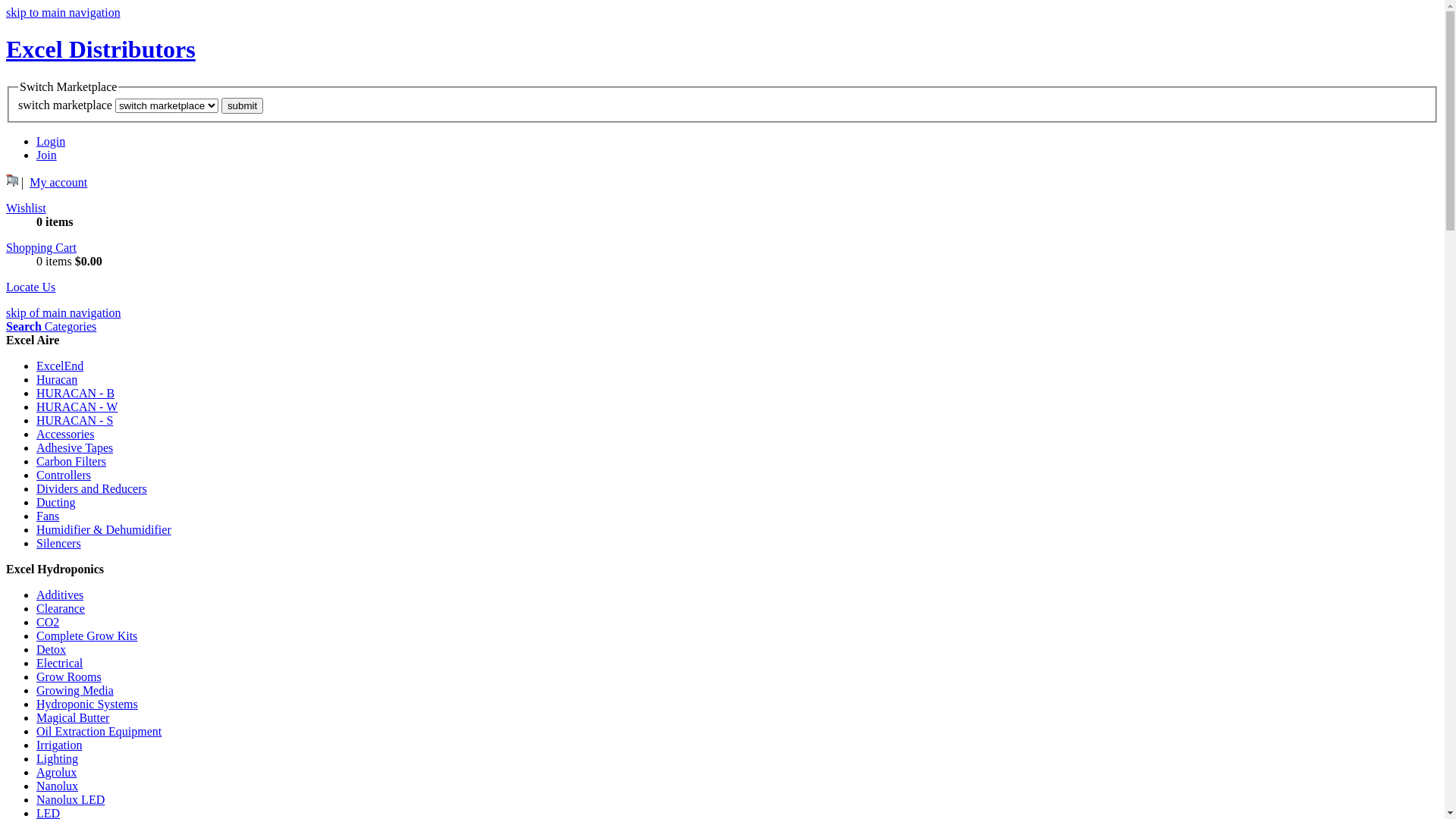 The image size is (1456, 819). What do you see at coordinates (71, 460) in the screenshot?
I see `'Carbon Filters'` at bounding box center [71, 460].